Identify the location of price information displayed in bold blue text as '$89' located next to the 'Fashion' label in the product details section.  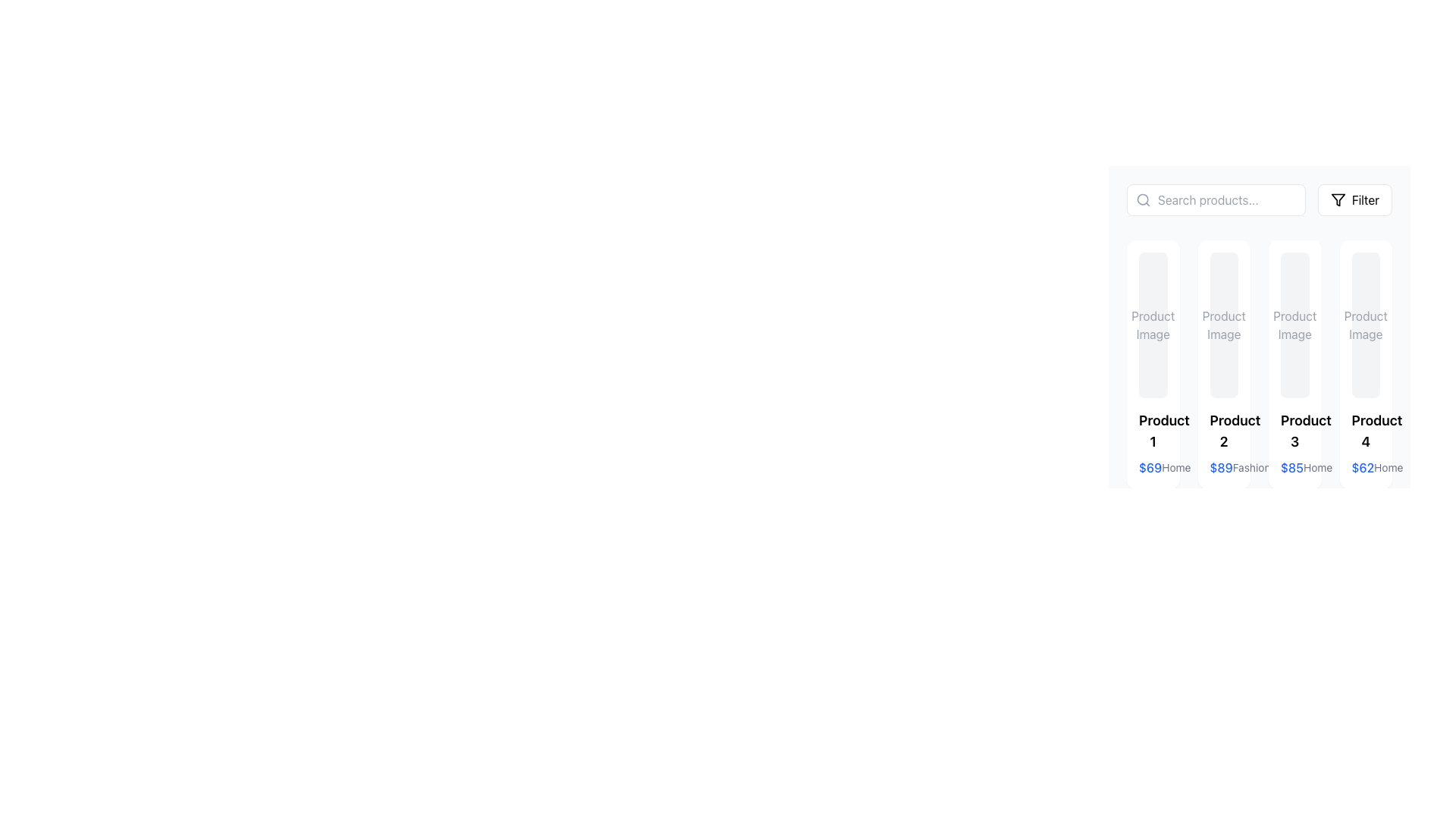
(1221, 467).